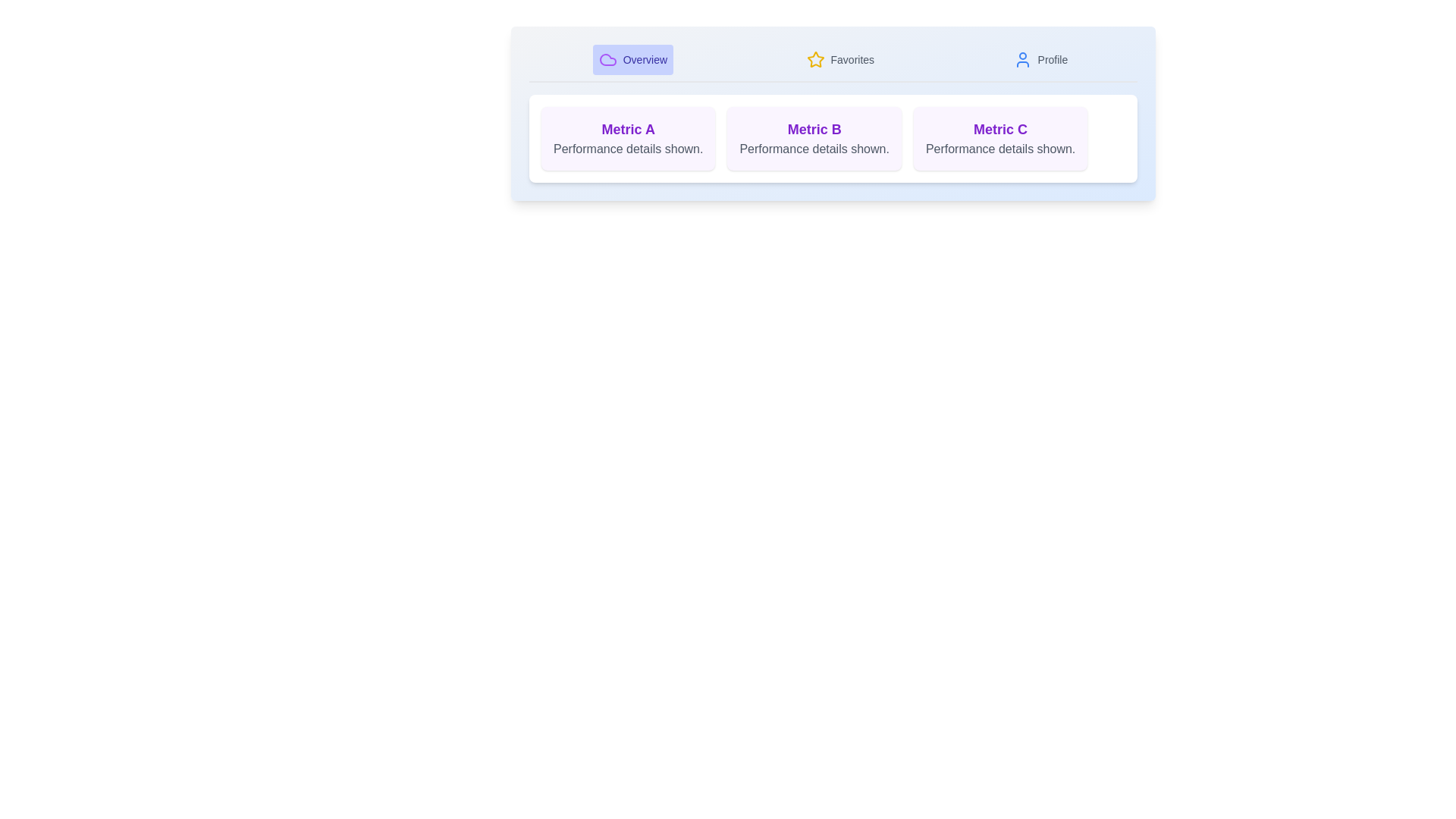 The image size is (1456, 819). Describe the element at coordinates (1040, 58) in the screenshot. I see `the tab labeled Profile by clicking on its corresponding label` at that location.